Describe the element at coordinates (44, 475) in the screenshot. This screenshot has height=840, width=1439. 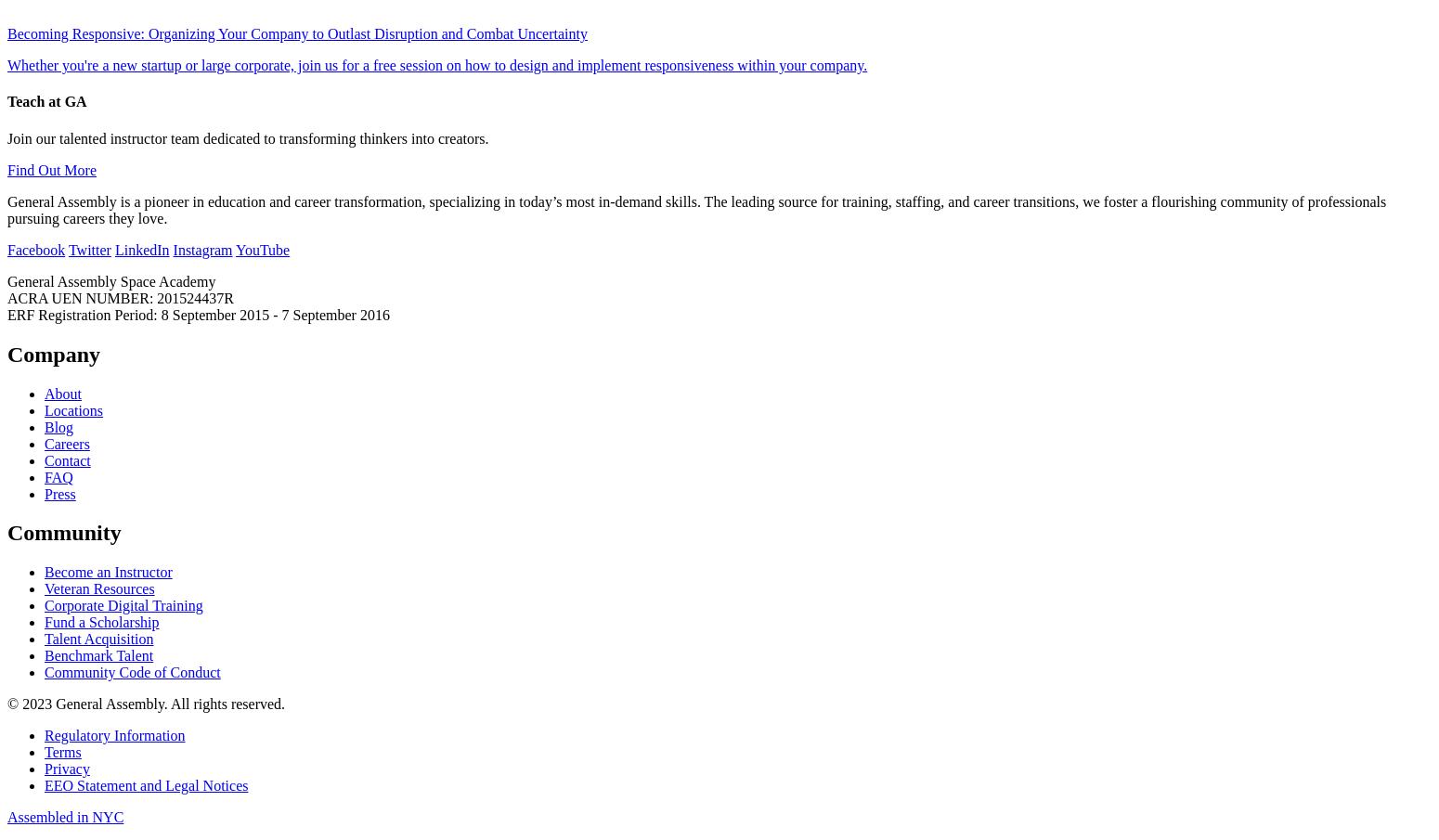
I see `'FAQ'` at that location.